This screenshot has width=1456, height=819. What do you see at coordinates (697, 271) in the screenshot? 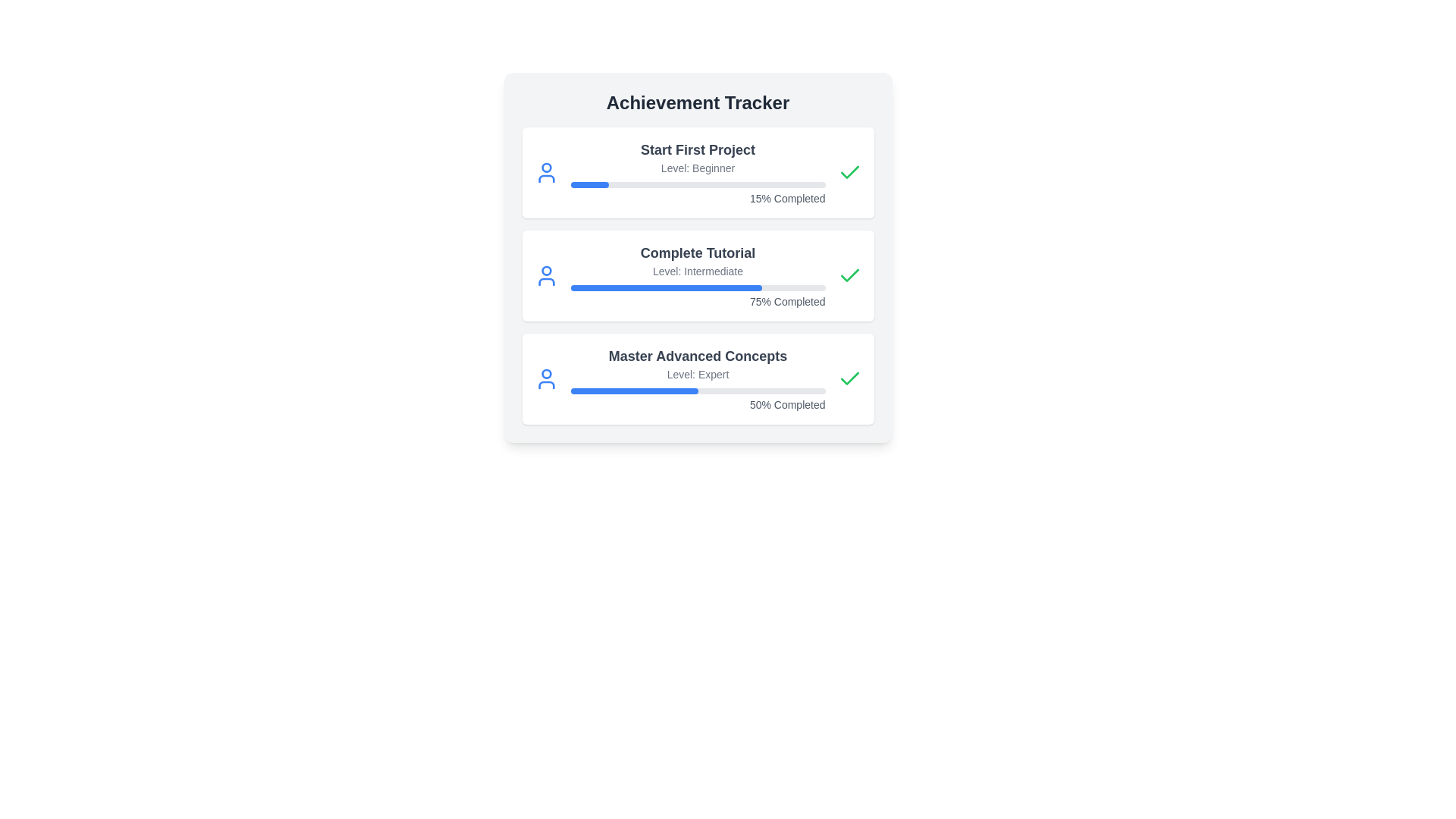
I see `the proficiency level text displaying 'Intermediate' located in the center card of the achievement tracker, positioned beneath the 'Complete Tutorial' heading and above the progress bar` at bounding box center [697, 271].